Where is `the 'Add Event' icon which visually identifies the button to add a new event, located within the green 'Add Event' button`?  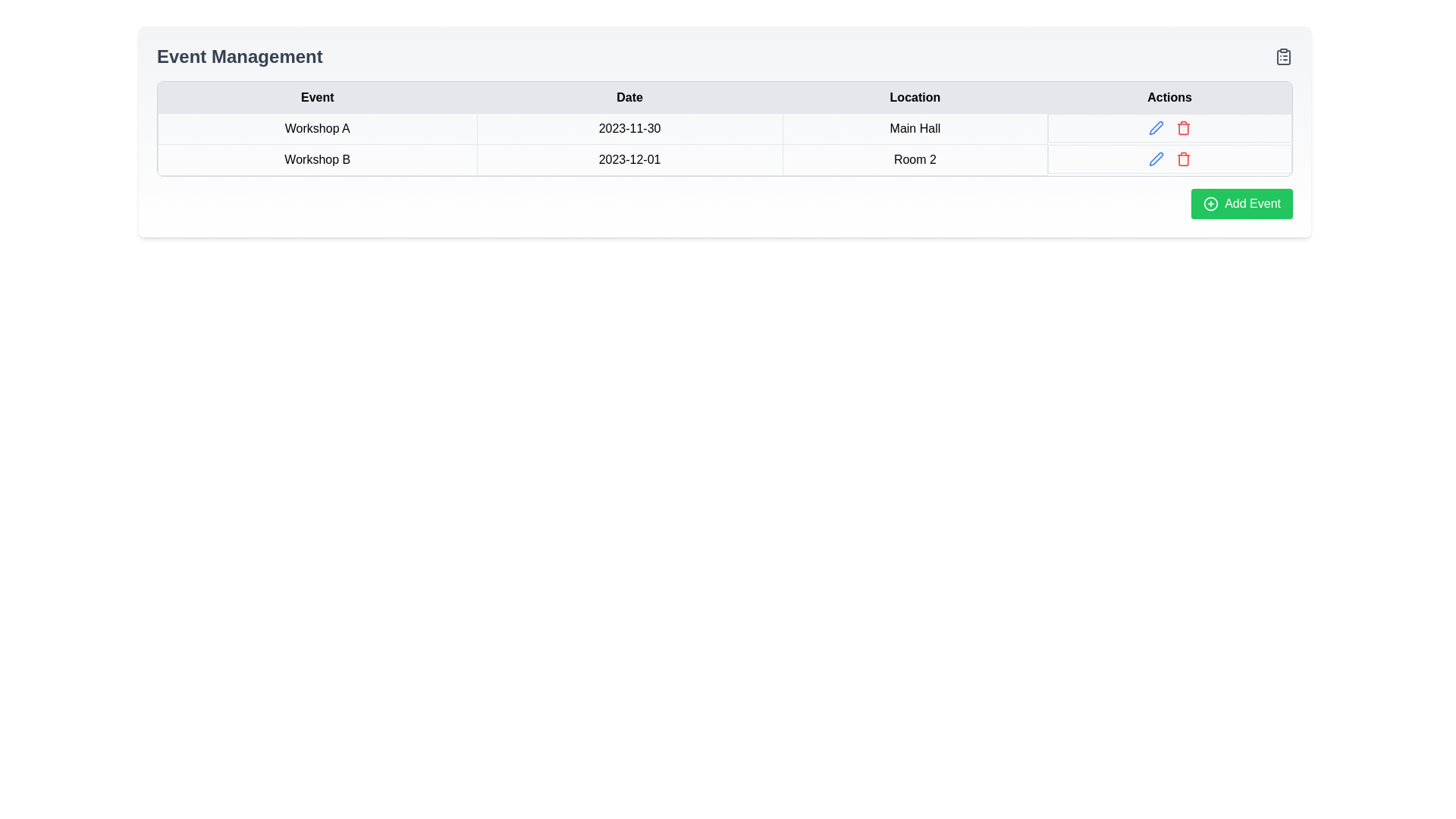 the 'Add Event' icon which visually identifies the button to add a new event, located within the green 'Add Event' button is located at coordinates (1210, 203).